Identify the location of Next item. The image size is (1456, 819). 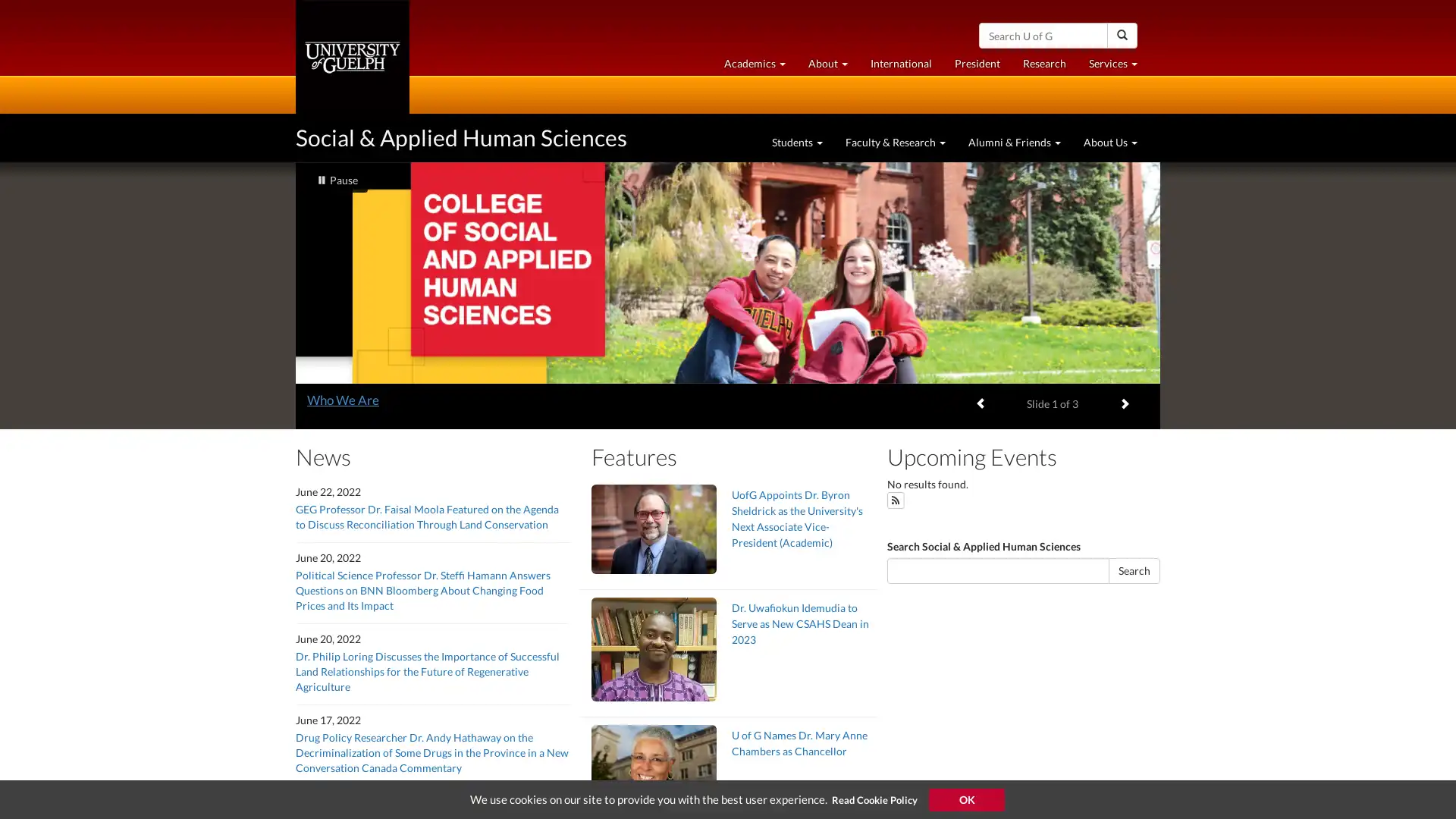
(1124, 181).